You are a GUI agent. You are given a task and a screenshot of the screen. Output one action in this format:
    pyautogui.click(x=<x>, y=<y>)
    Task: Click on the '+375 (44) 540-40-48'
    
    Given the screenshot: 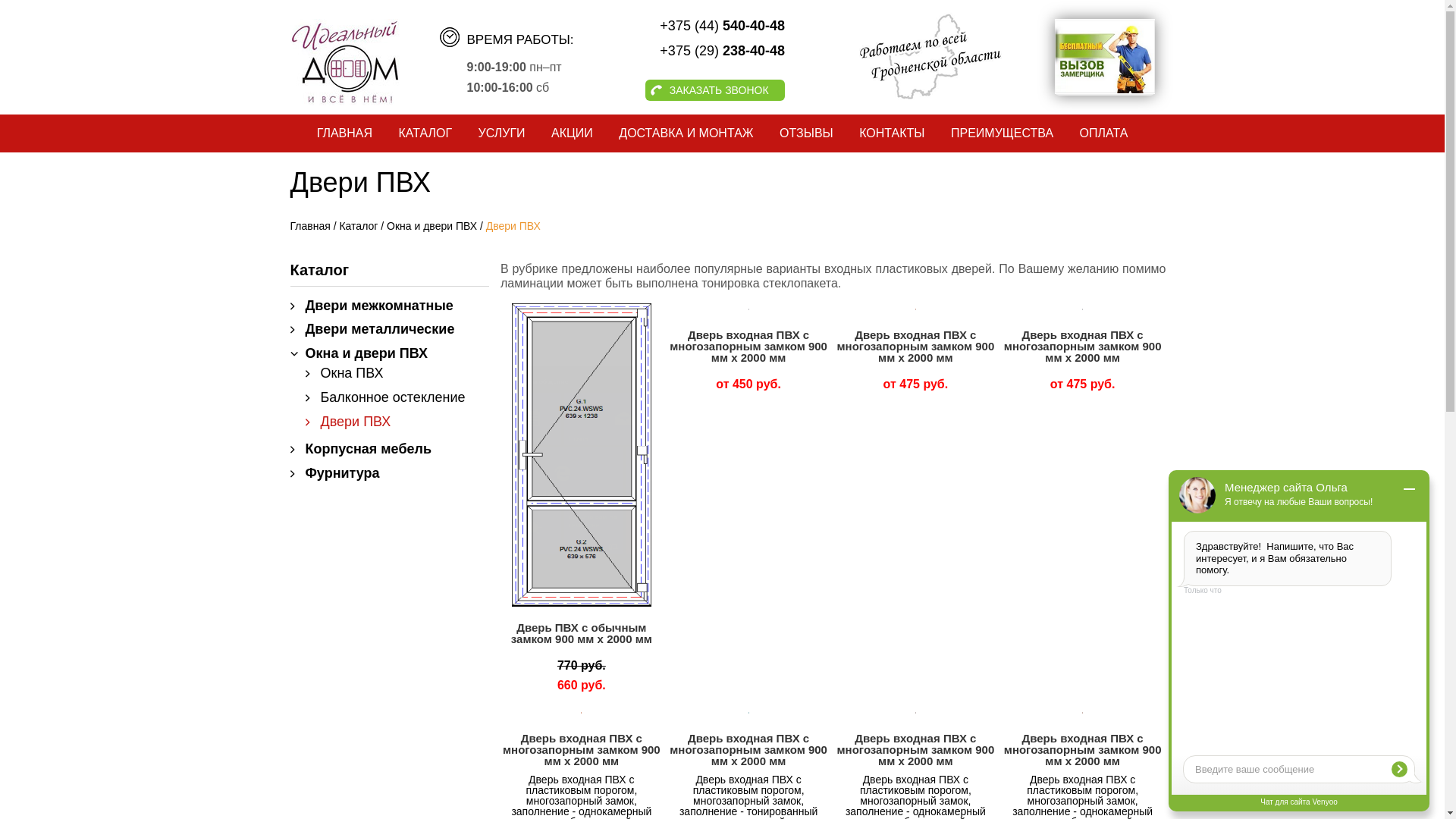 What is the action you would take?
    pyautogui.click(x=684, y=26)
    